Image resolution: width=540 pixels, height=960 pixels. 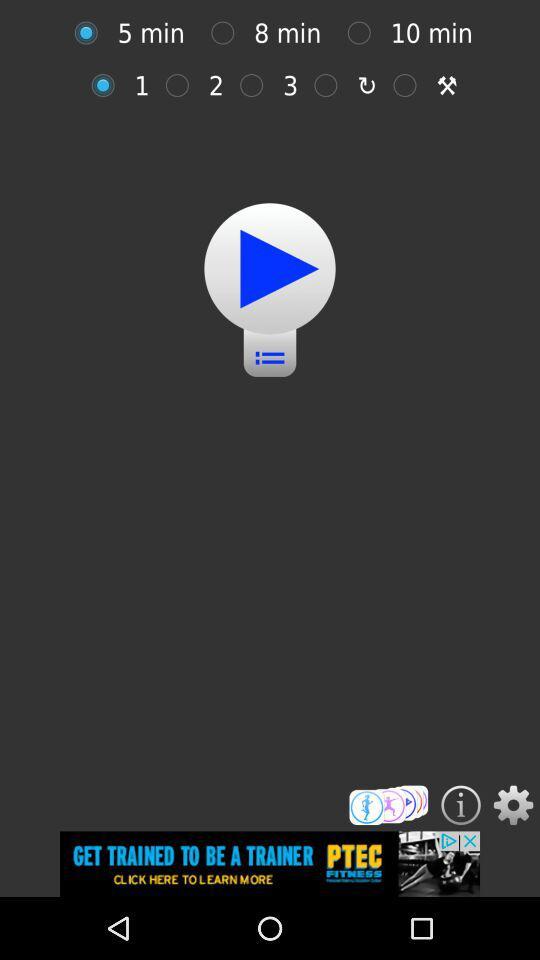 What do you see at coordinates (461, 805) in the screenshot?
I see `app information` at bounding box center [461, 805].